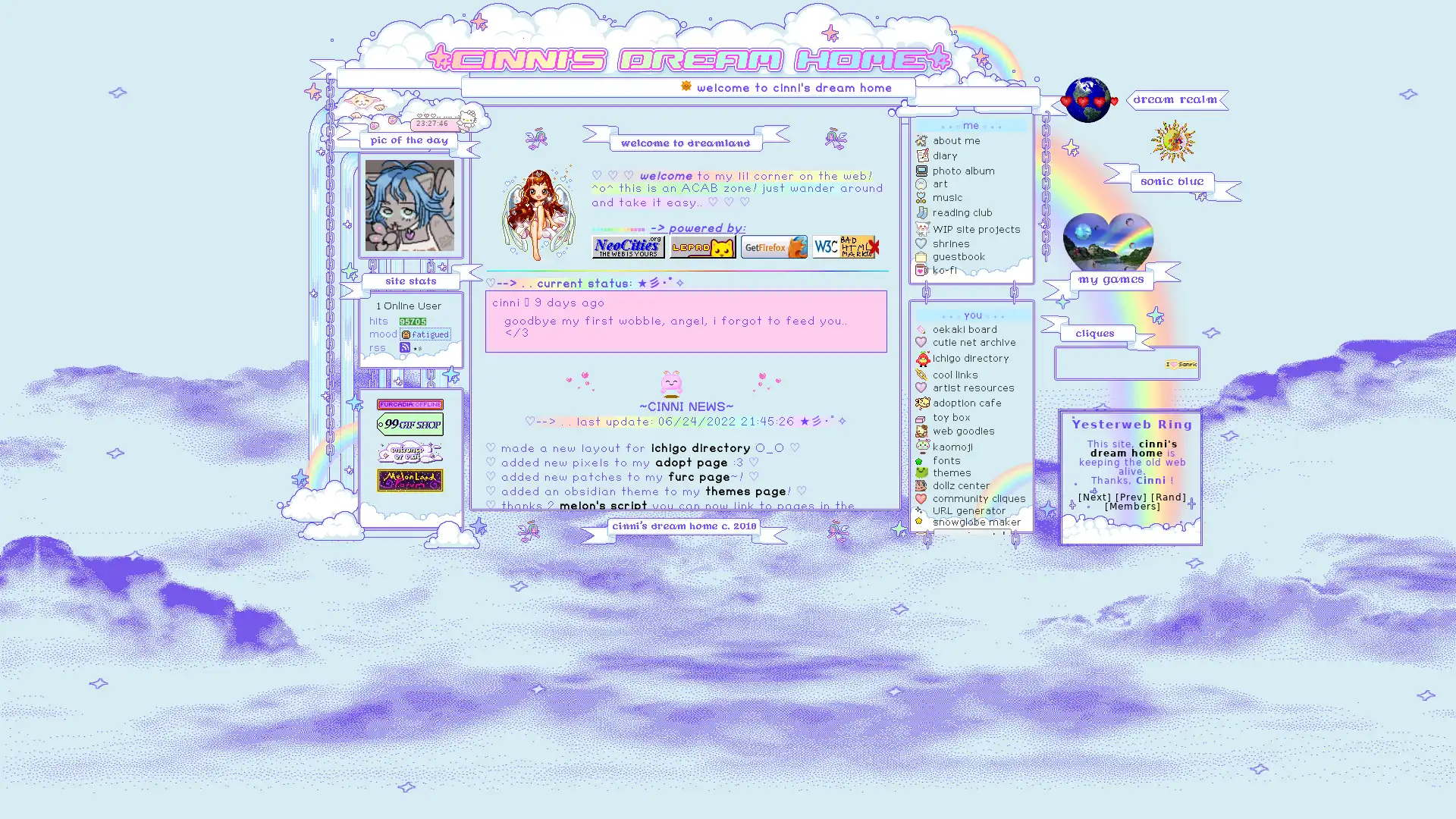 This screenshot has width=1456, height=819. What do you see at coordinates (972, 535) in the screenshot?
I see `experimental` at bounding box center [972, 535].